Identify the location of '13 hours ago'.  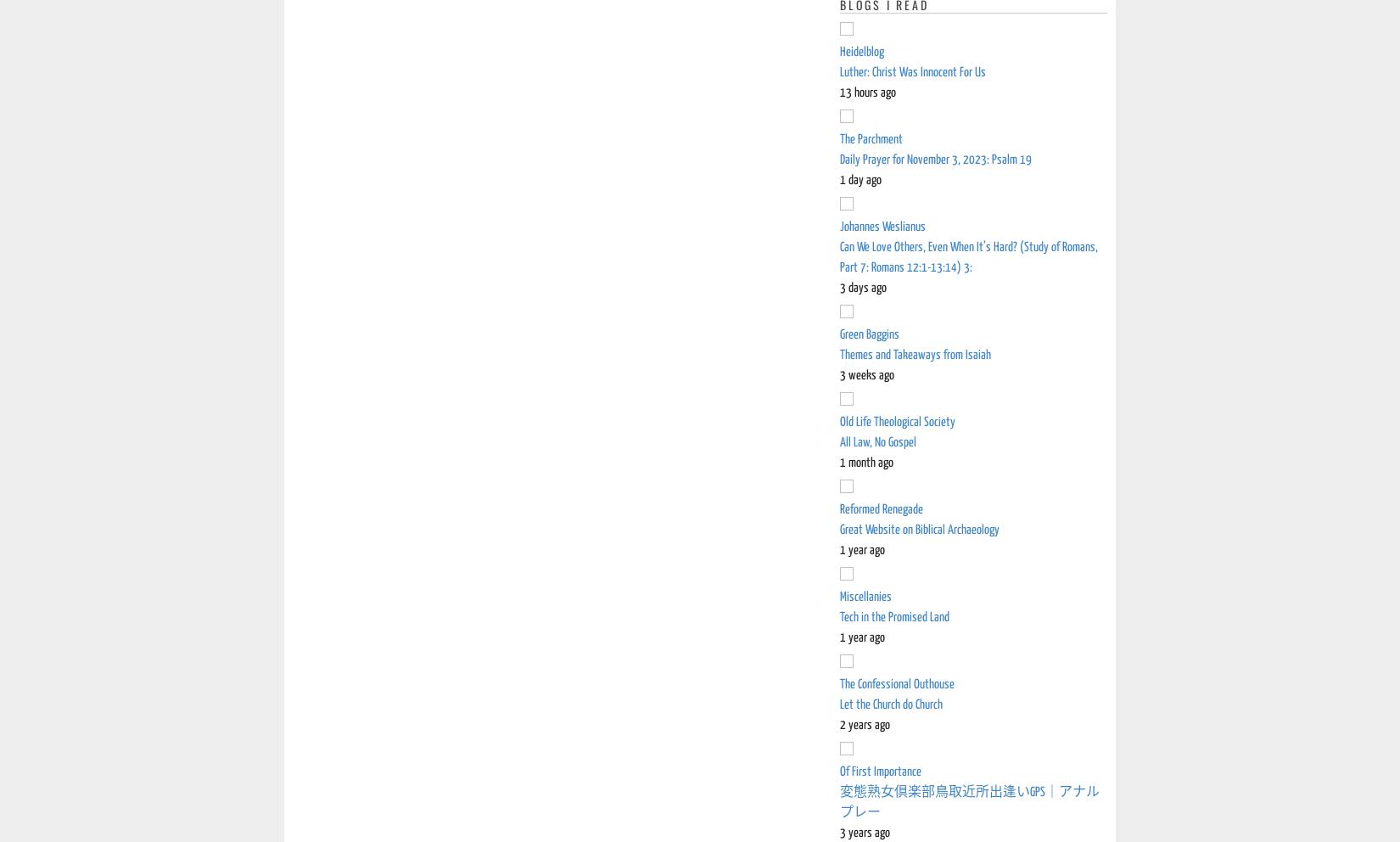
(868, 92).